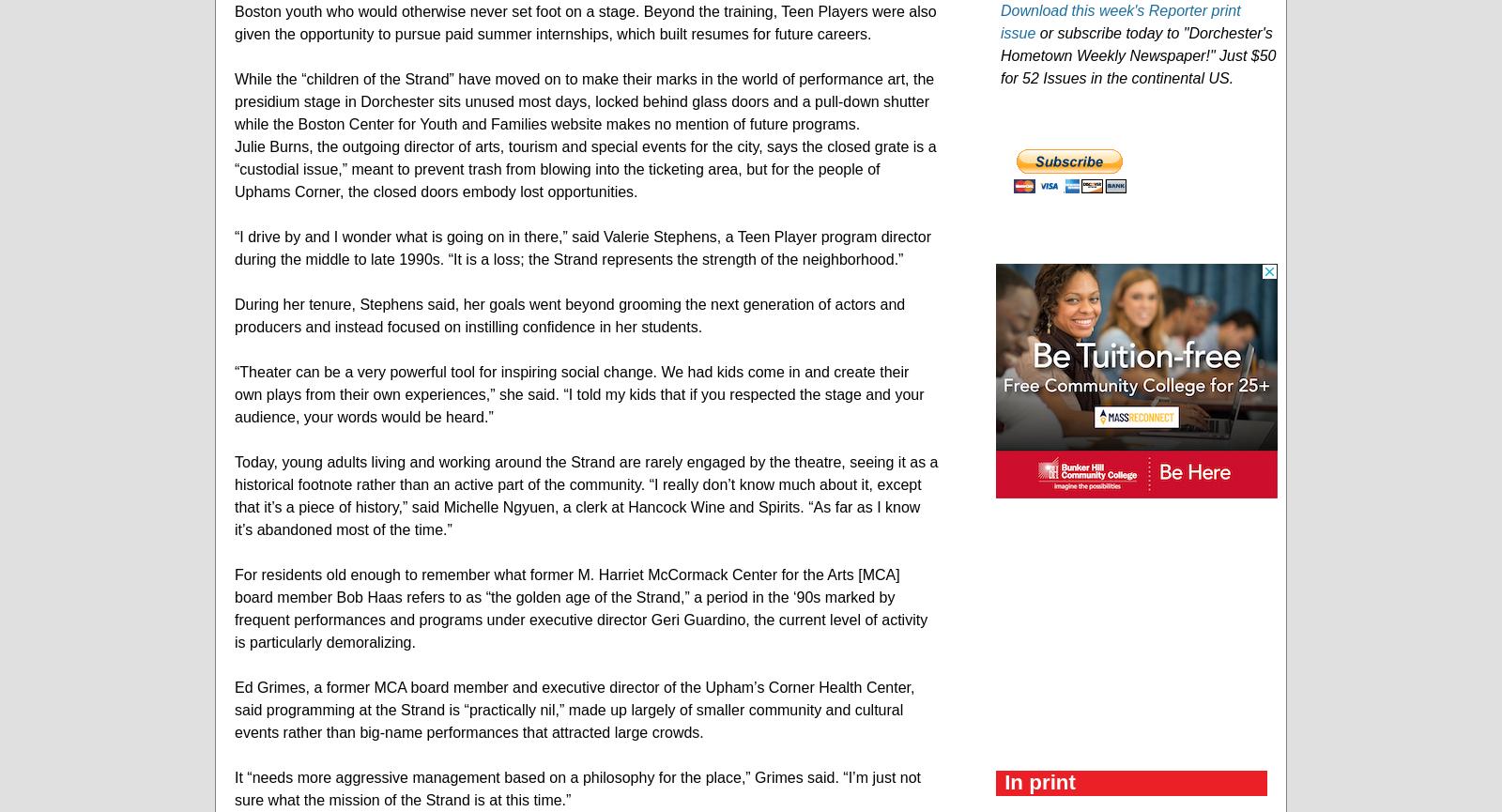  Describe the element at coordinates (1040, 780) in the screenshot. I see `'In print'` at that location.